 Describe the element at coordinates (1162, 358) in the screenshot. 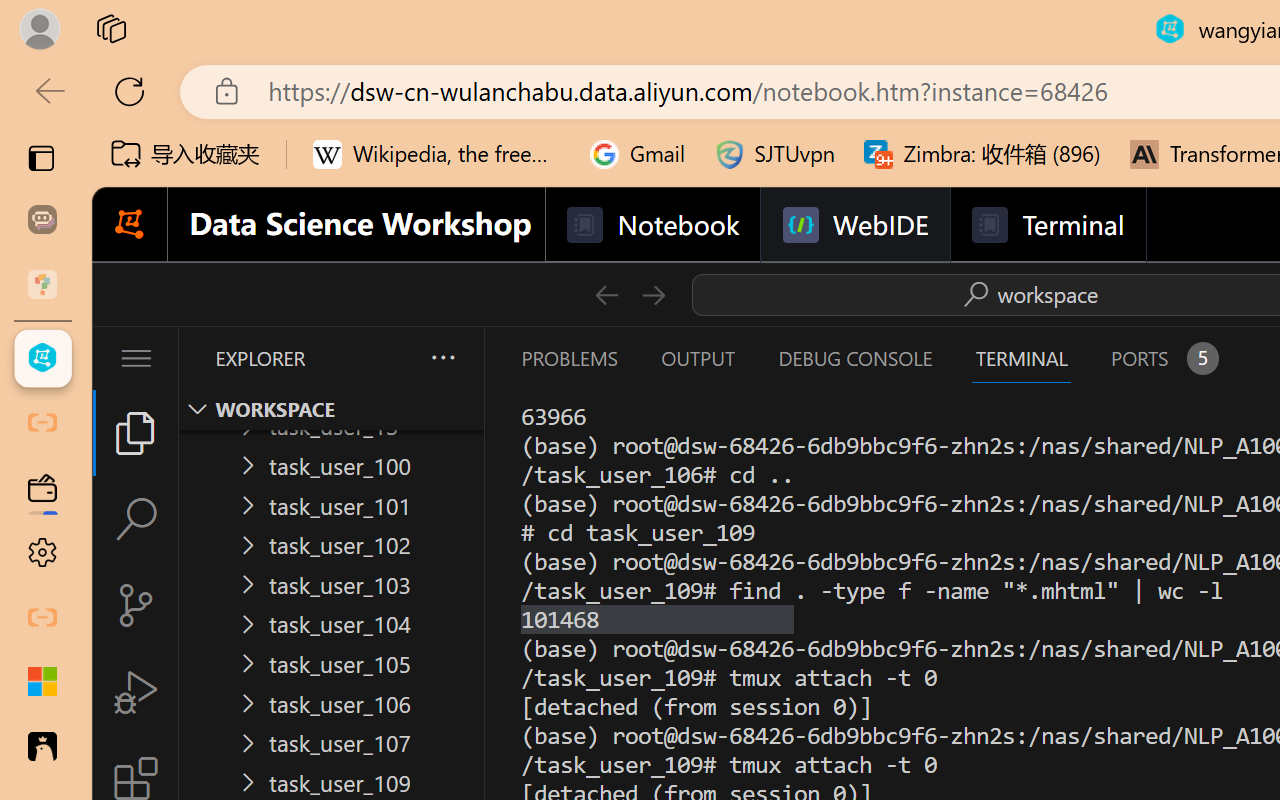

I see `'Ports - 5 forwarded ports'` at that location.